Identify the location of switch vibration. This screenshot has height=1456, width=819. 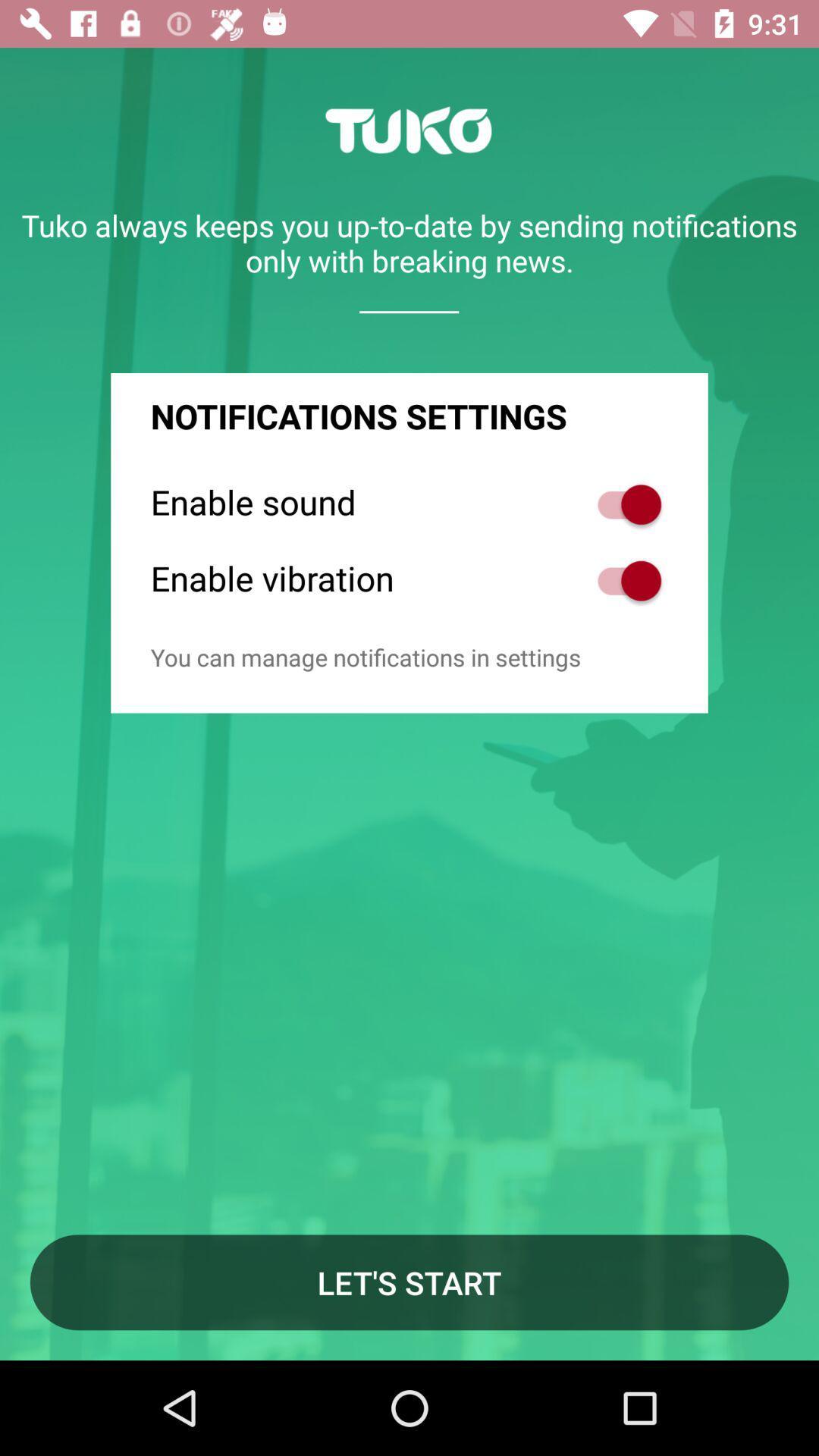
(621, 580).